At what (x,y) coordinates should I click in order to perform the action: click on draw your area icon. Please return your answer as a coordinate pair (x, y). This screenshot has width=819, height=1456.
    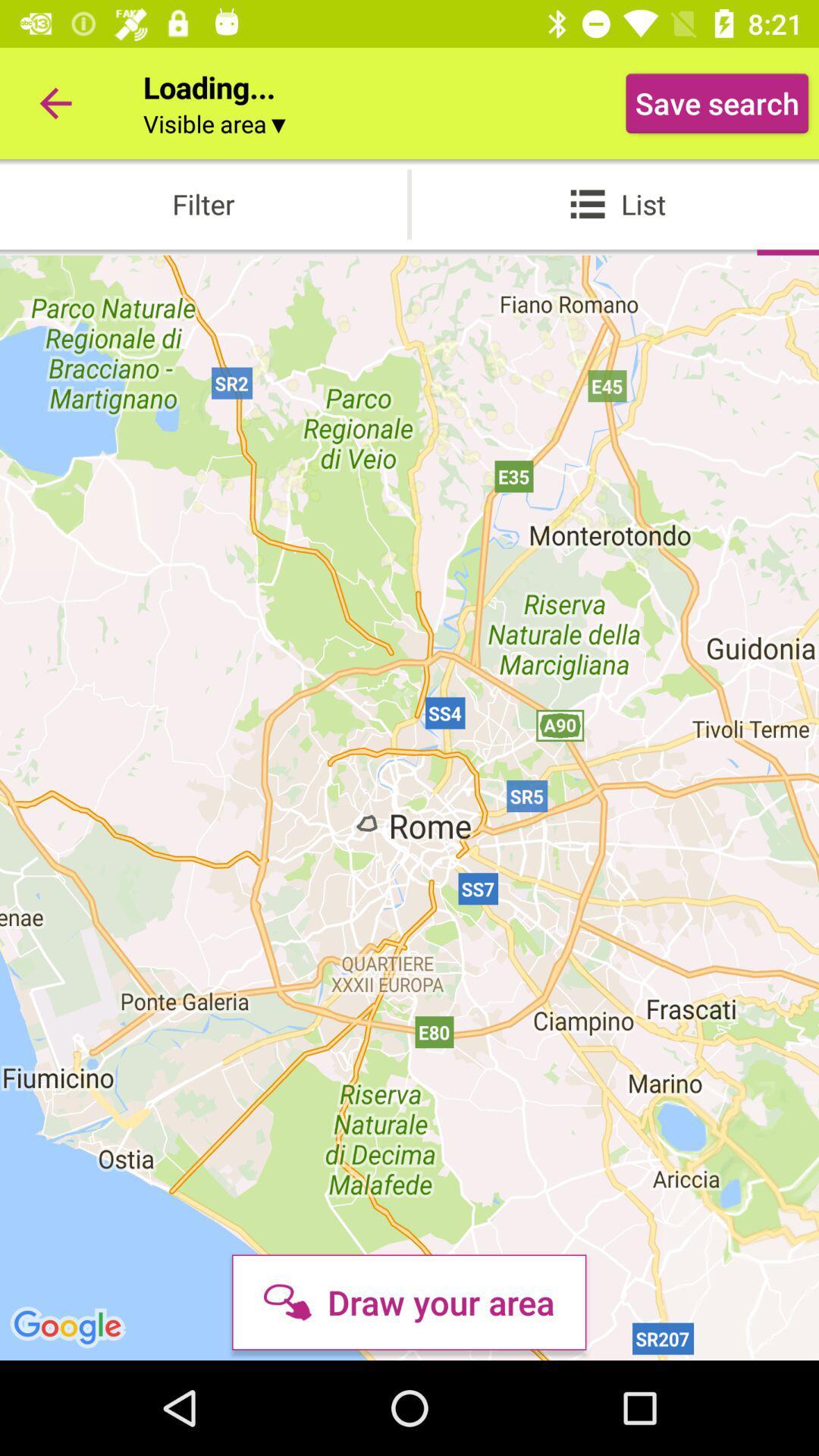
    Looking at the image, I should click on (408, 1301).